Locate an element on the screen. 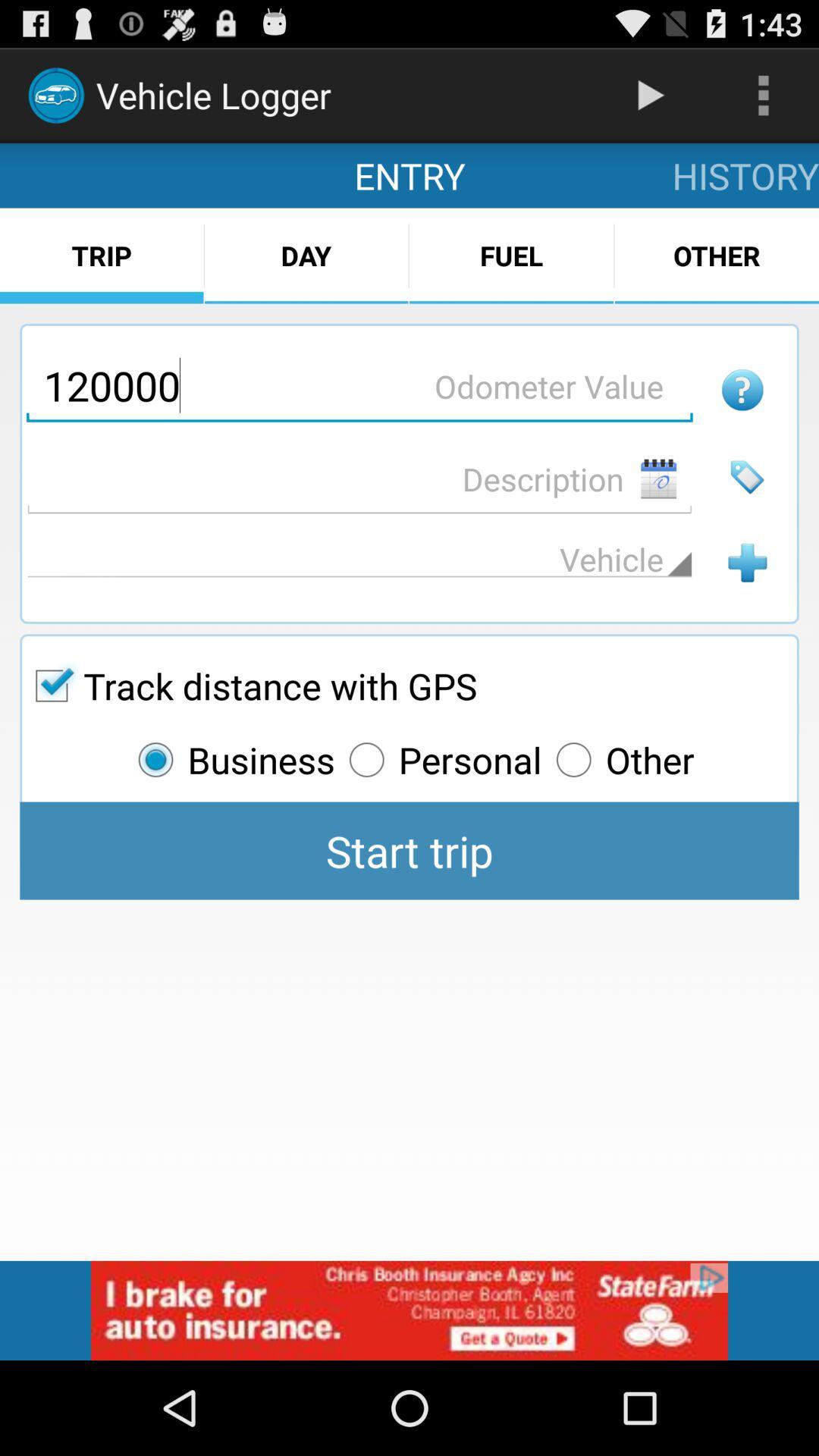  add description of your trip is located at coordinates (359, 478).